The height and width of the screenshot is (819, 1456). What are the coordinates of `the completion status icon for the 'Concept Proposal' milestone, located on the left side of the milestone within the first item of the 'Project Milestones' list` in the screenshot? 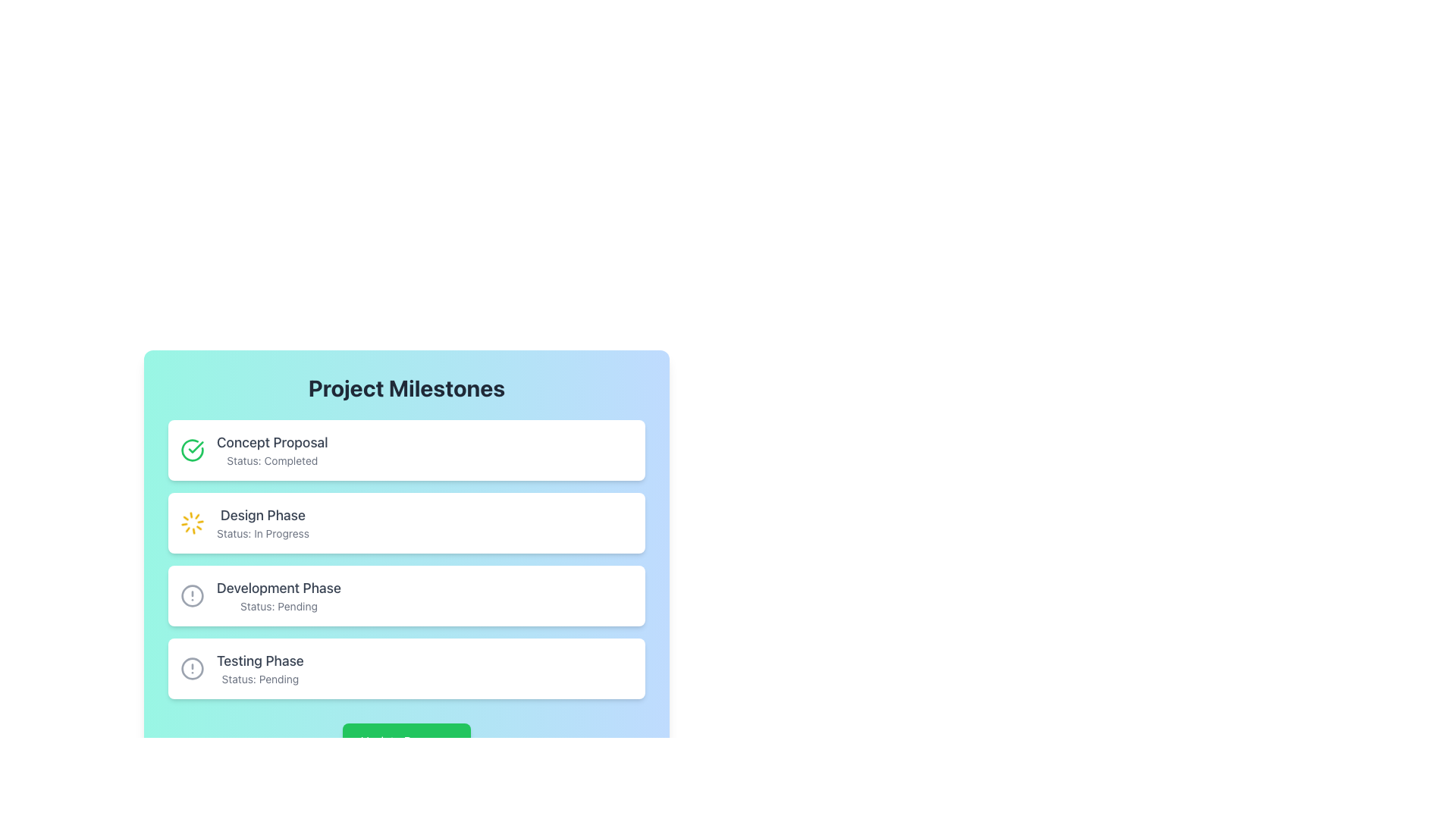 It's located at (192, 449).